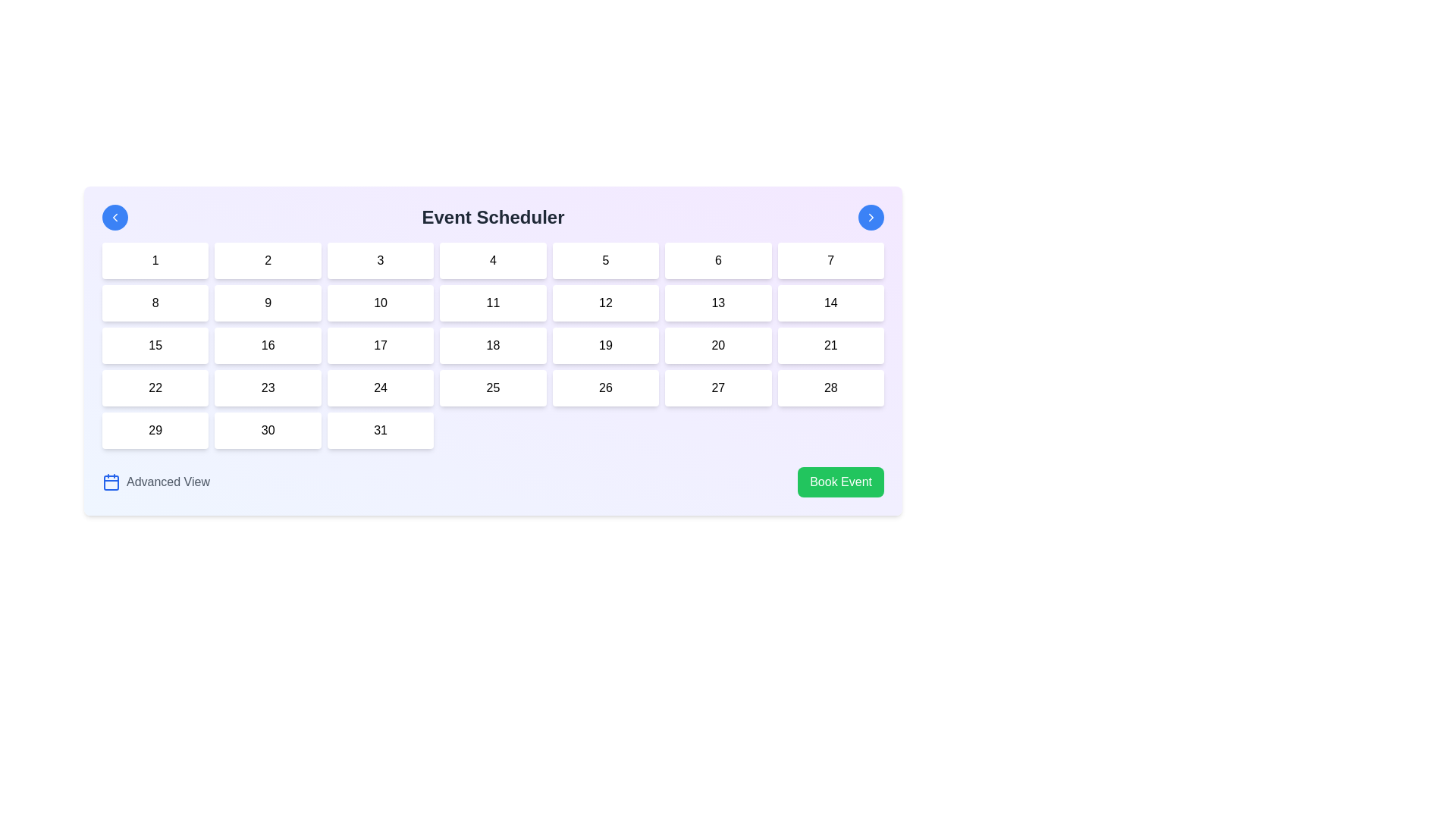 The image size is (1456, 819). What do you see at coordinates (830, 388) in the screenshot?
I see `the button representing day 28 in the calendar interface` at bounding box center [830, 388].